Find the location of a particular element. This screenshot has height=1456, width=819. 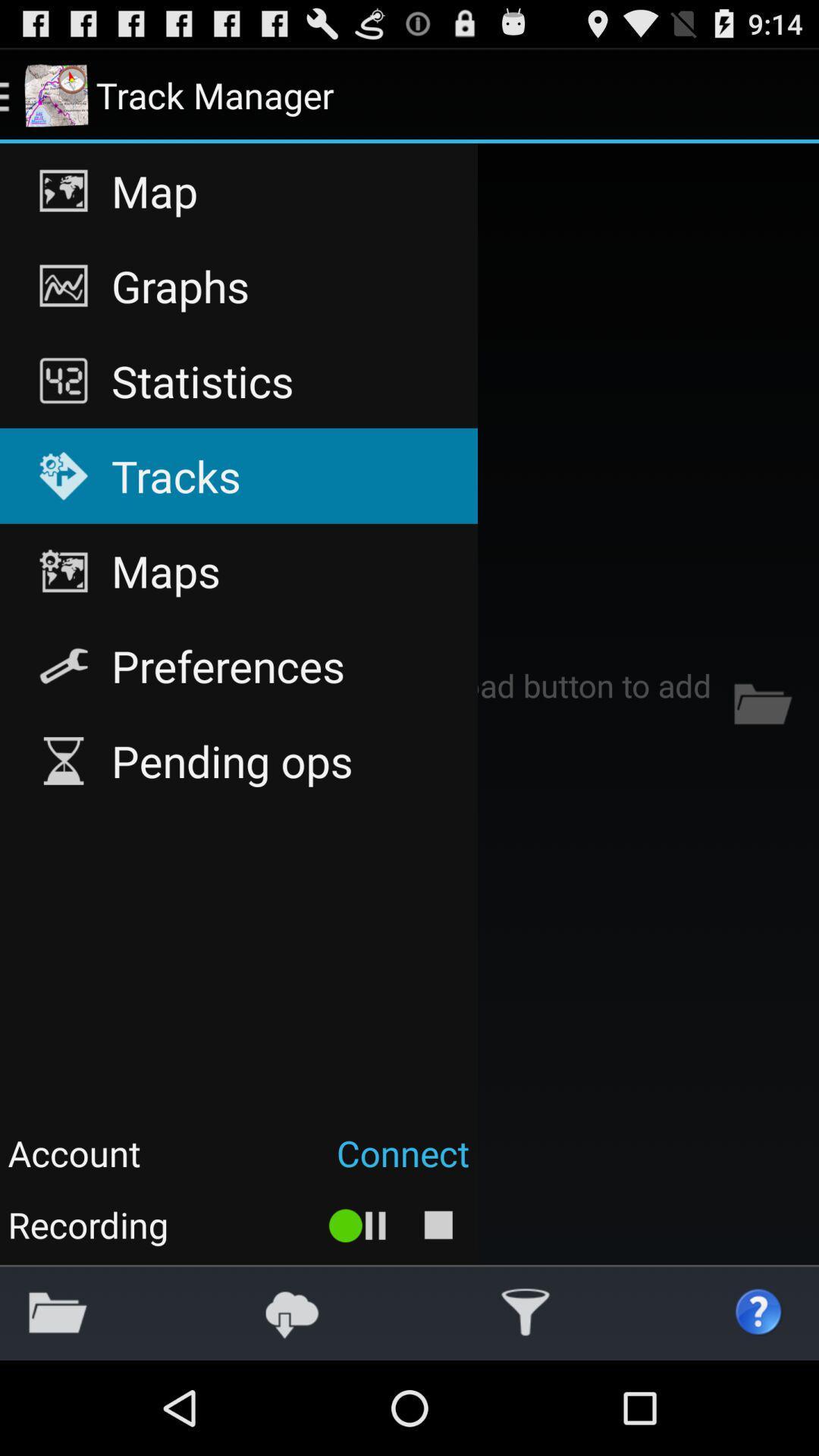

the app below no tracks loaded is located at coordinates (57, 1312).